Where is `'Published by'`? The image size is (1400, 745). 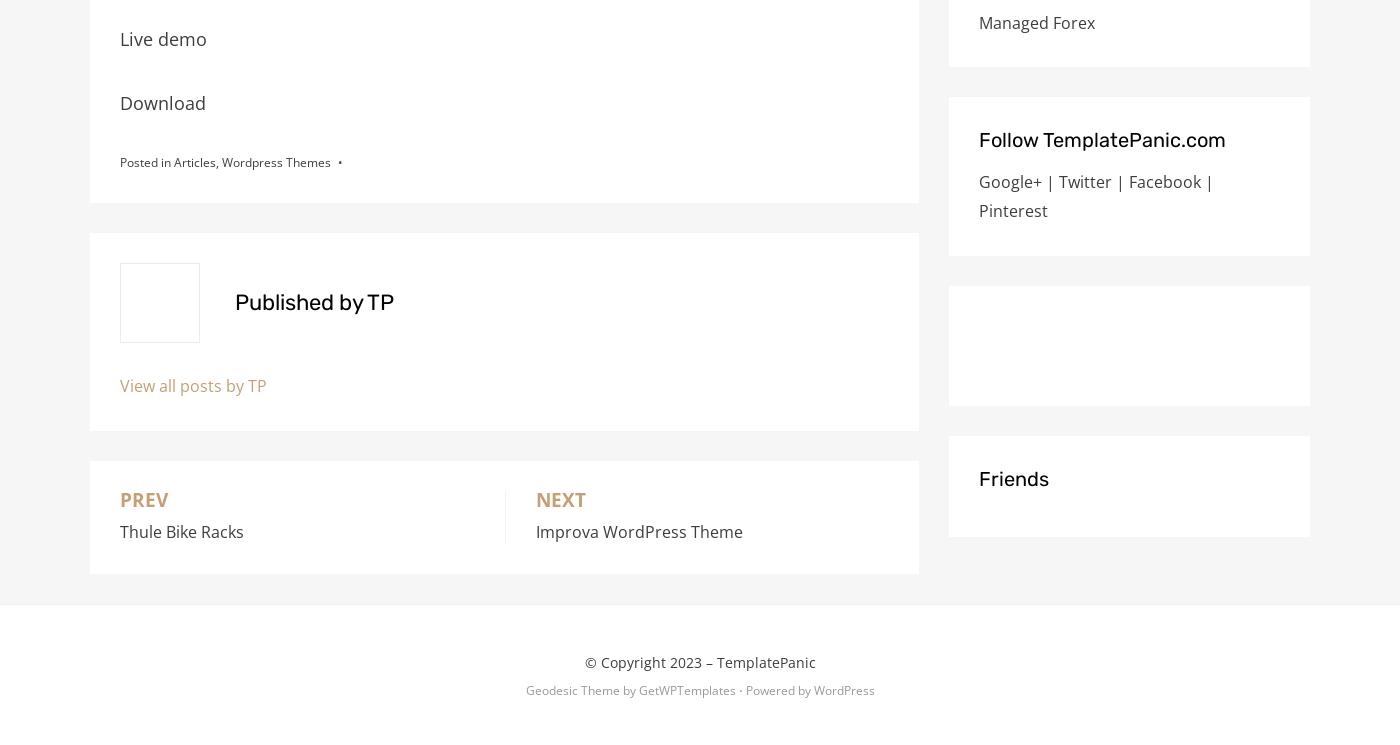 'Published by' is located at coordinates (234, 302).